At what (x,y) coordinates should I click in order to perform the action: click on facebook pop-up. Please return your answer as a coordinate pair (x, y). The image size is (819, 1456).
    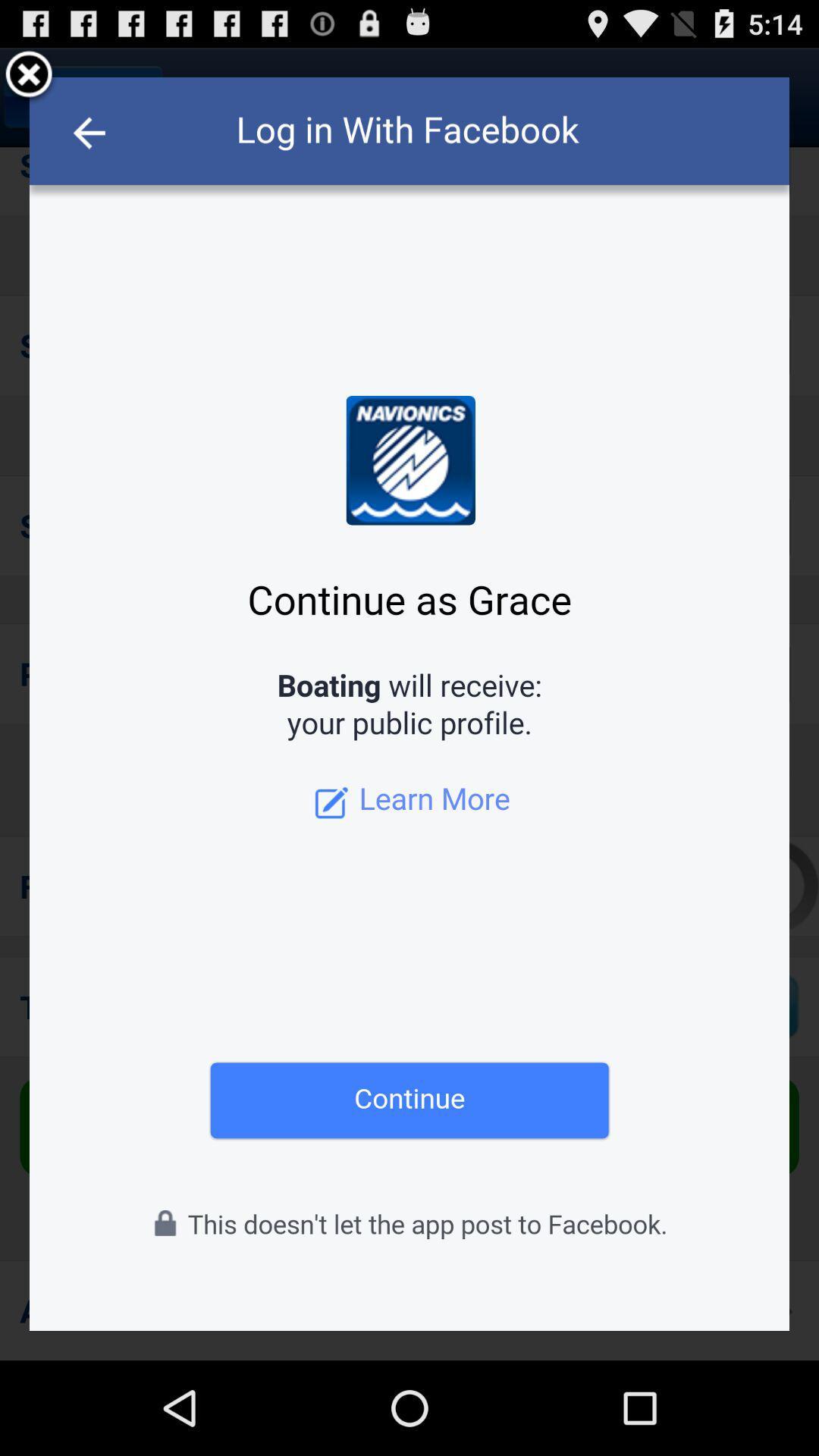
    Looking at the image, I should click on (29, 76).